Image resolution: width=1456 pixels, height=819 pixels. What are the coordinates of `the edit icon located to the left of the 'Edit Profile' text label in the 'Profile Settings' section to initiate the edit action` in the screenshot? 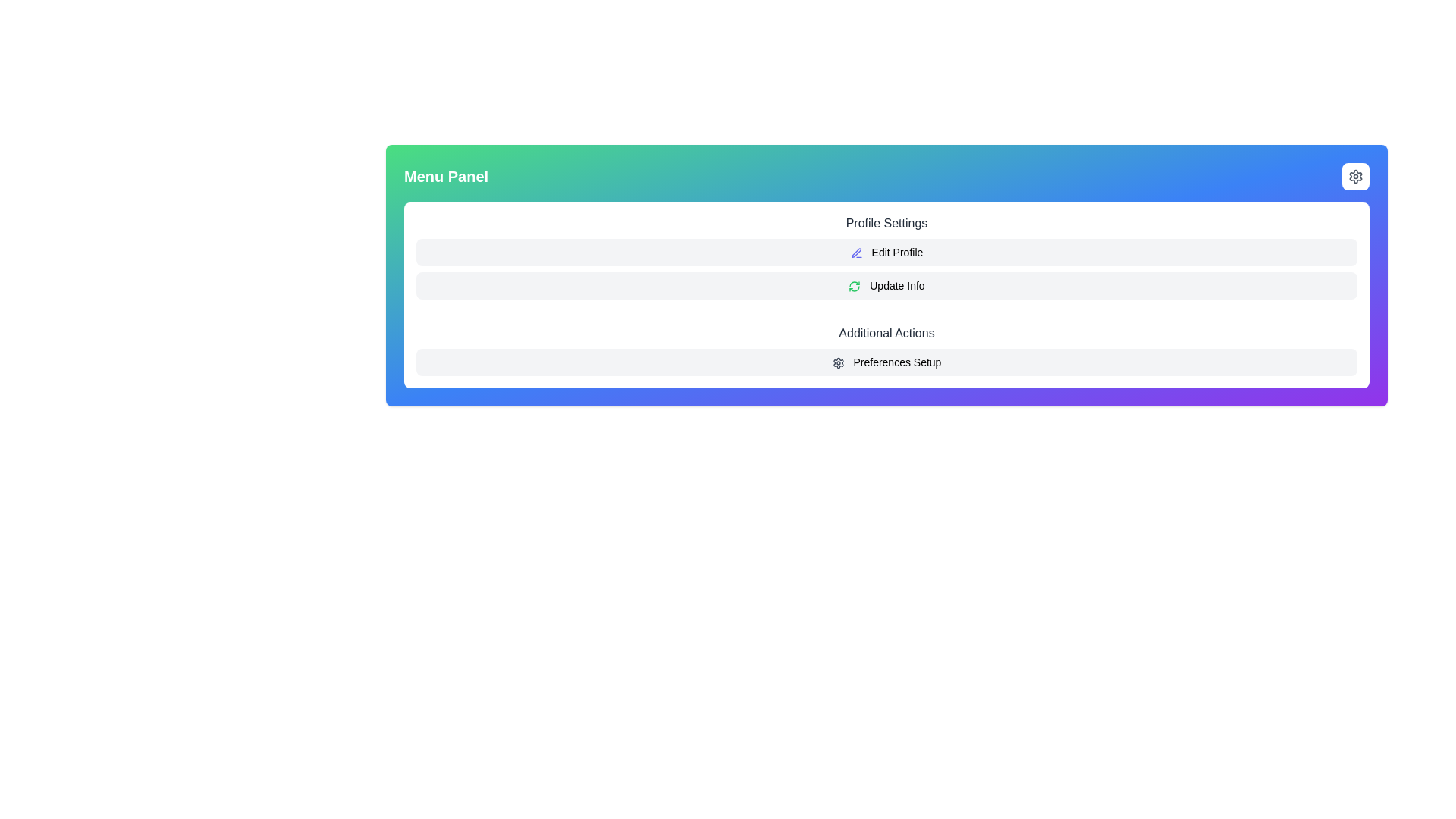 It's located at (856, 253).